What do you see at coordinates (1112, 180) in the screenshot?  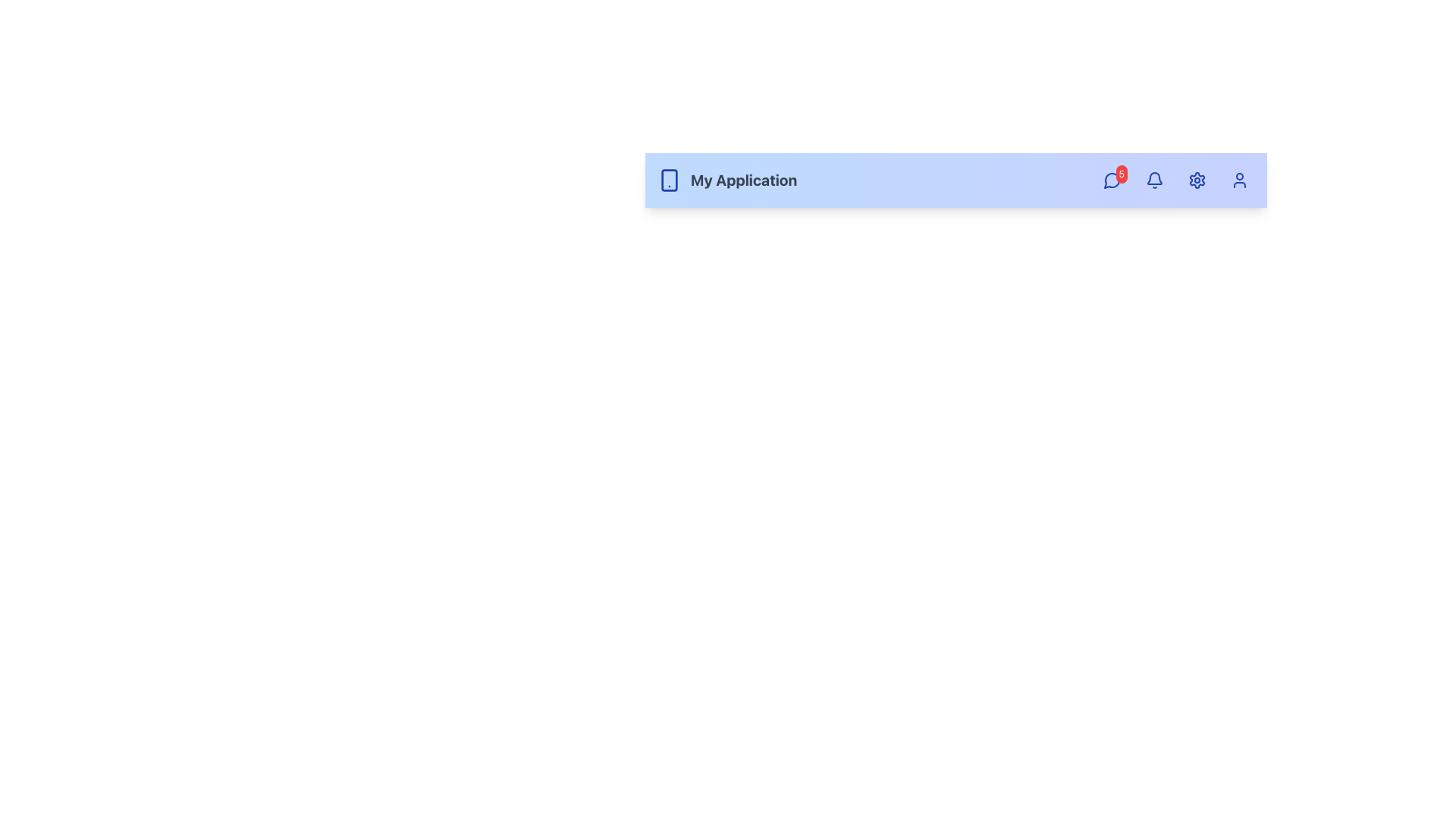 I see `the blue chat bubble icon with a red notification badge displaying '5'` at bounding box center [1112, 180].